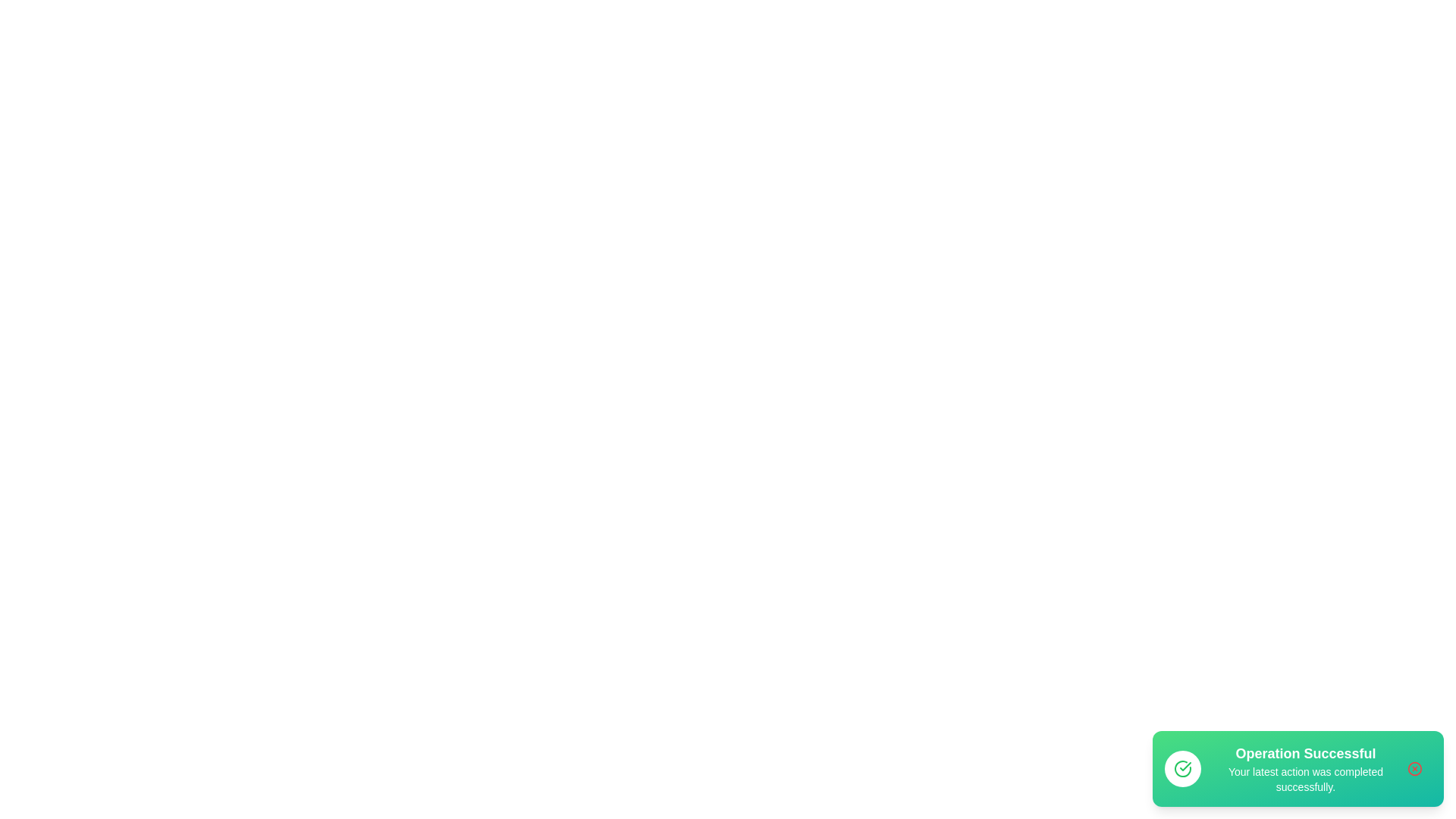 This screenshot has width=1456, height=819. What do you see at coordinates (1414, 769) in the screenshot?
I see `the close button to dismiss the notification` at bounding box center [1414, 769].